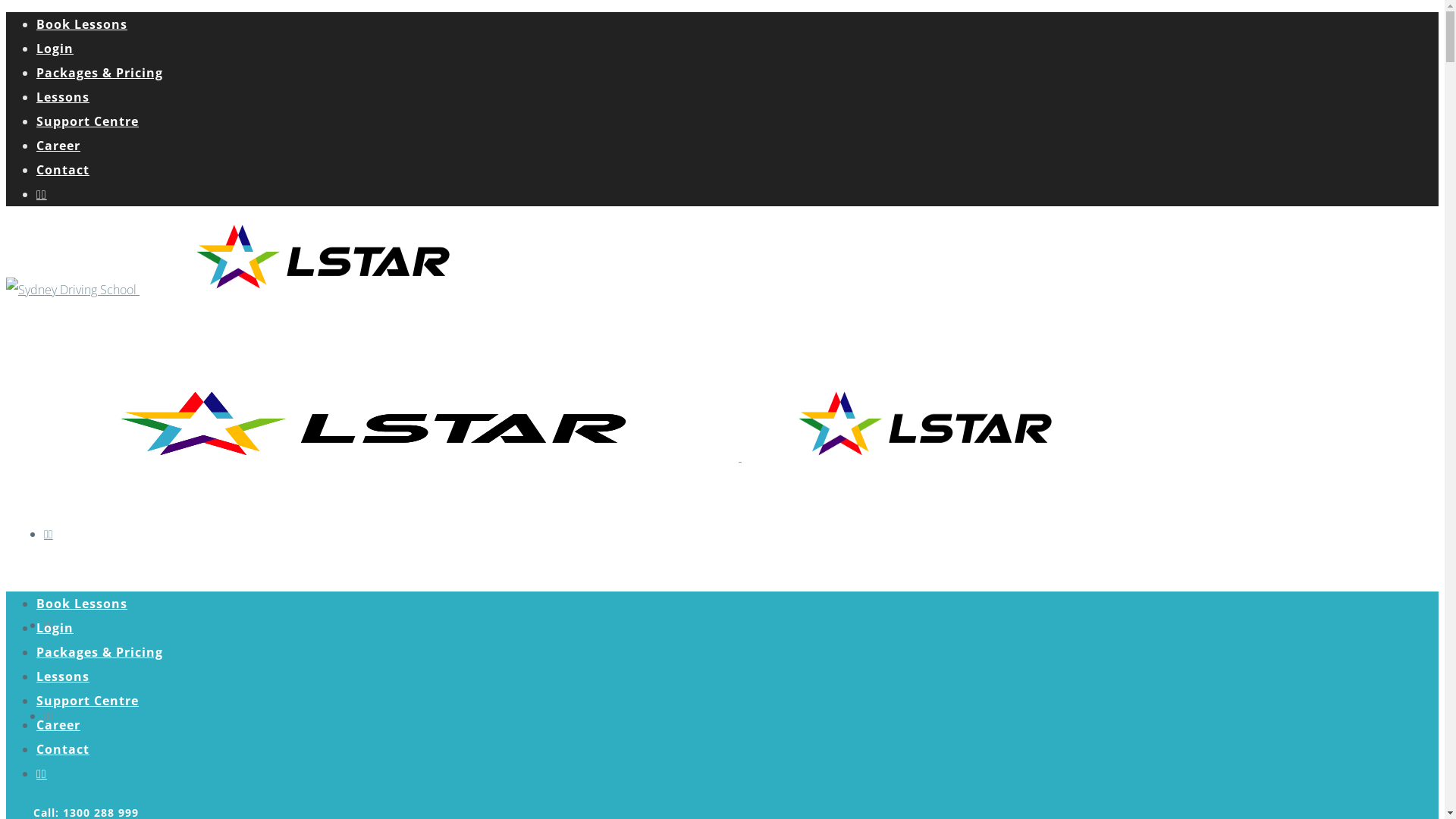 This screenshot has height=819, width=1456. Describe the element at coordinates (58, 146) in the screenshot. I see `'Career'` at that location.